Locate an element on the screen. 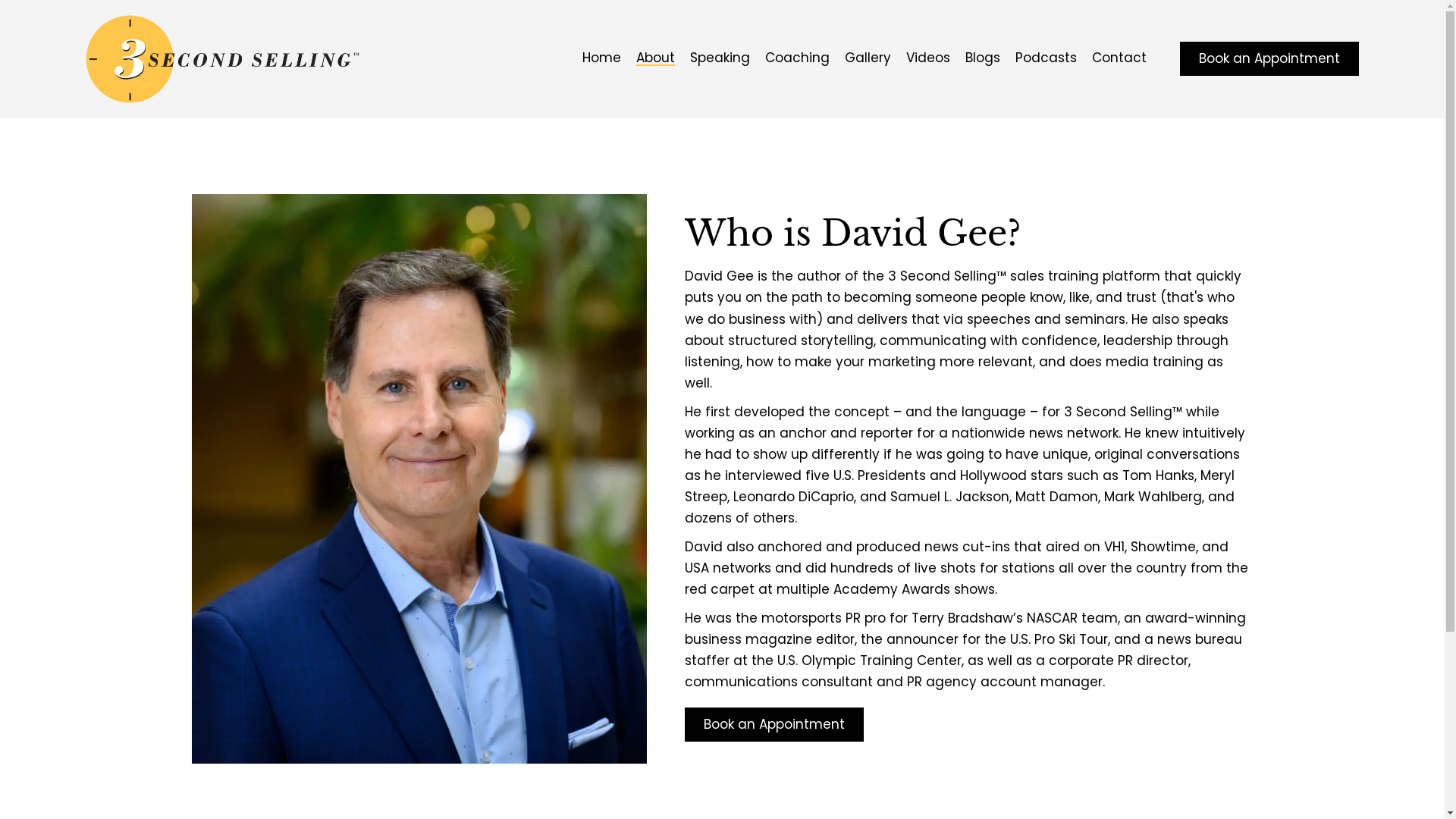 This screenshot has width=1456, height=819. 'Contact' is located at coordinates (1119, 58).